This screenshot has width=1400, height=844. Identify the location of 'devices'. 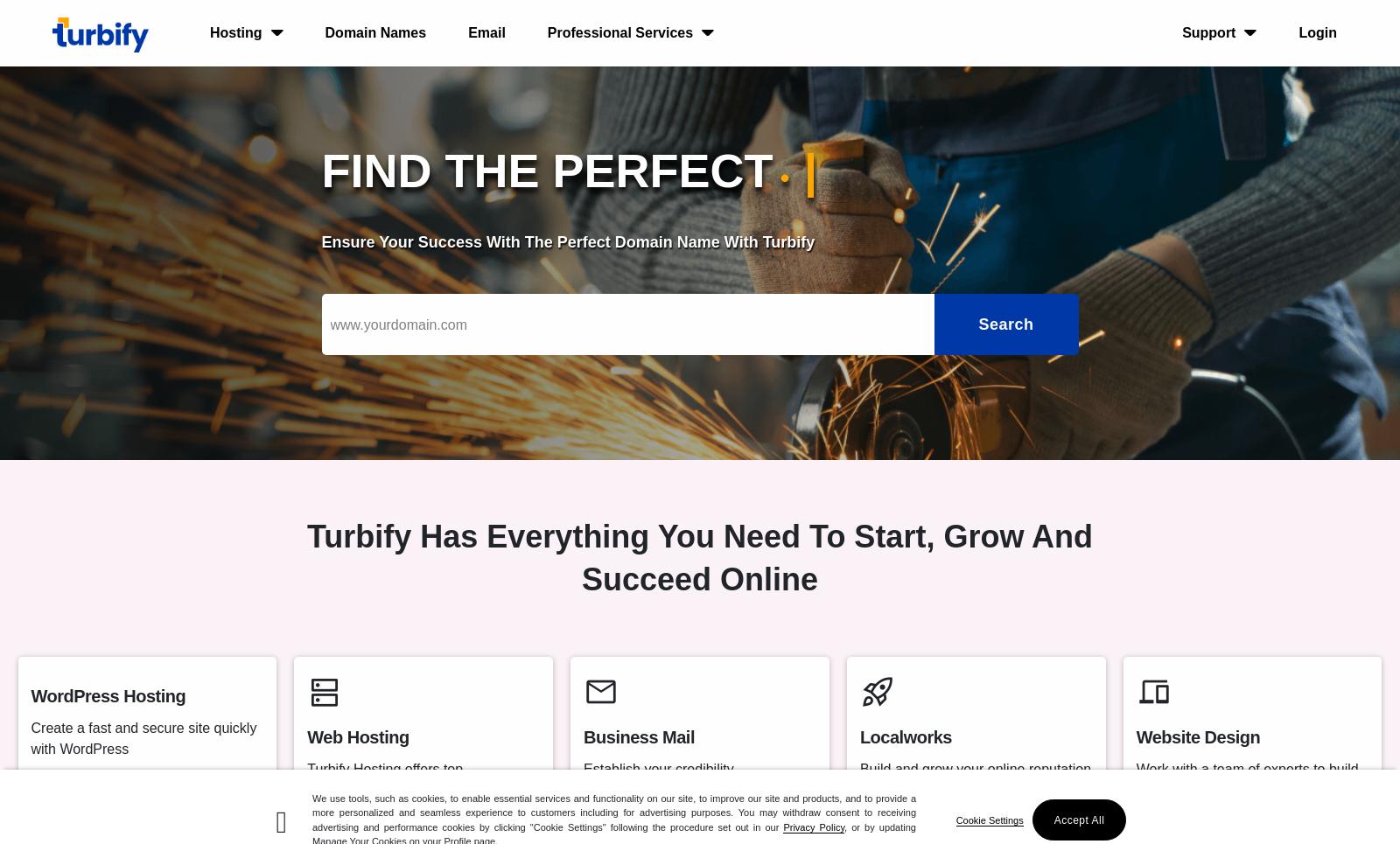
(1135, 692).